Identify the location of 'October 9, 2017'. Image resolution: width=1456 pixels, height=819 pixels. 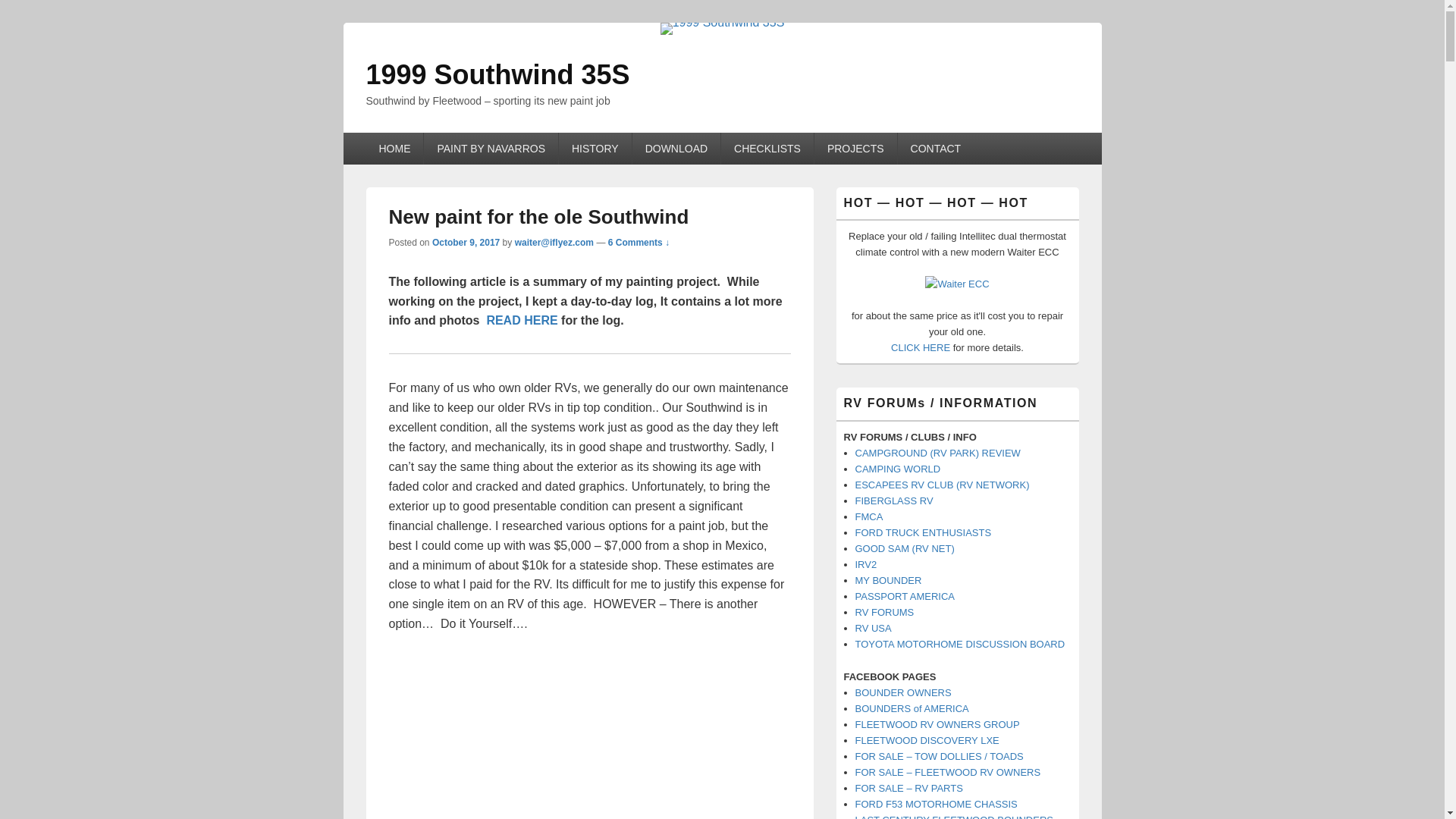
(465, 242).